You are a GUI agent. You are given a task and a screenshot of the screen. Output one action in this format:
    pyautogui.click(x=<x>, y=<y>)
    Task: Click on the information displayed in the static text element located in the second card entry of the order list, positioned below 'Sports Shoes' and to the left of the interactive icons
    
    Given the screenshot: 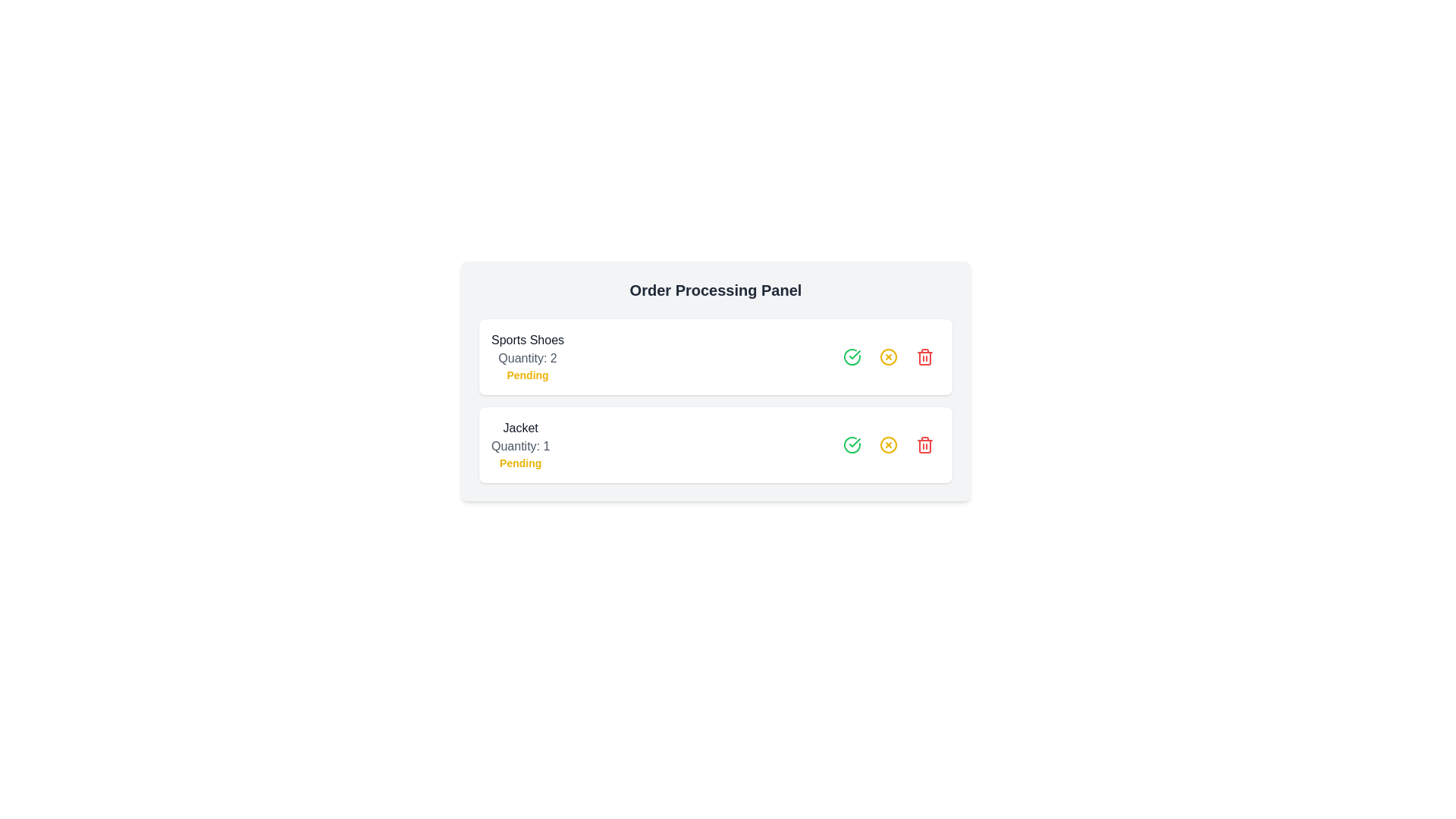 What is the action you would take?
    pyautogui.click(x=520, y=444)
    